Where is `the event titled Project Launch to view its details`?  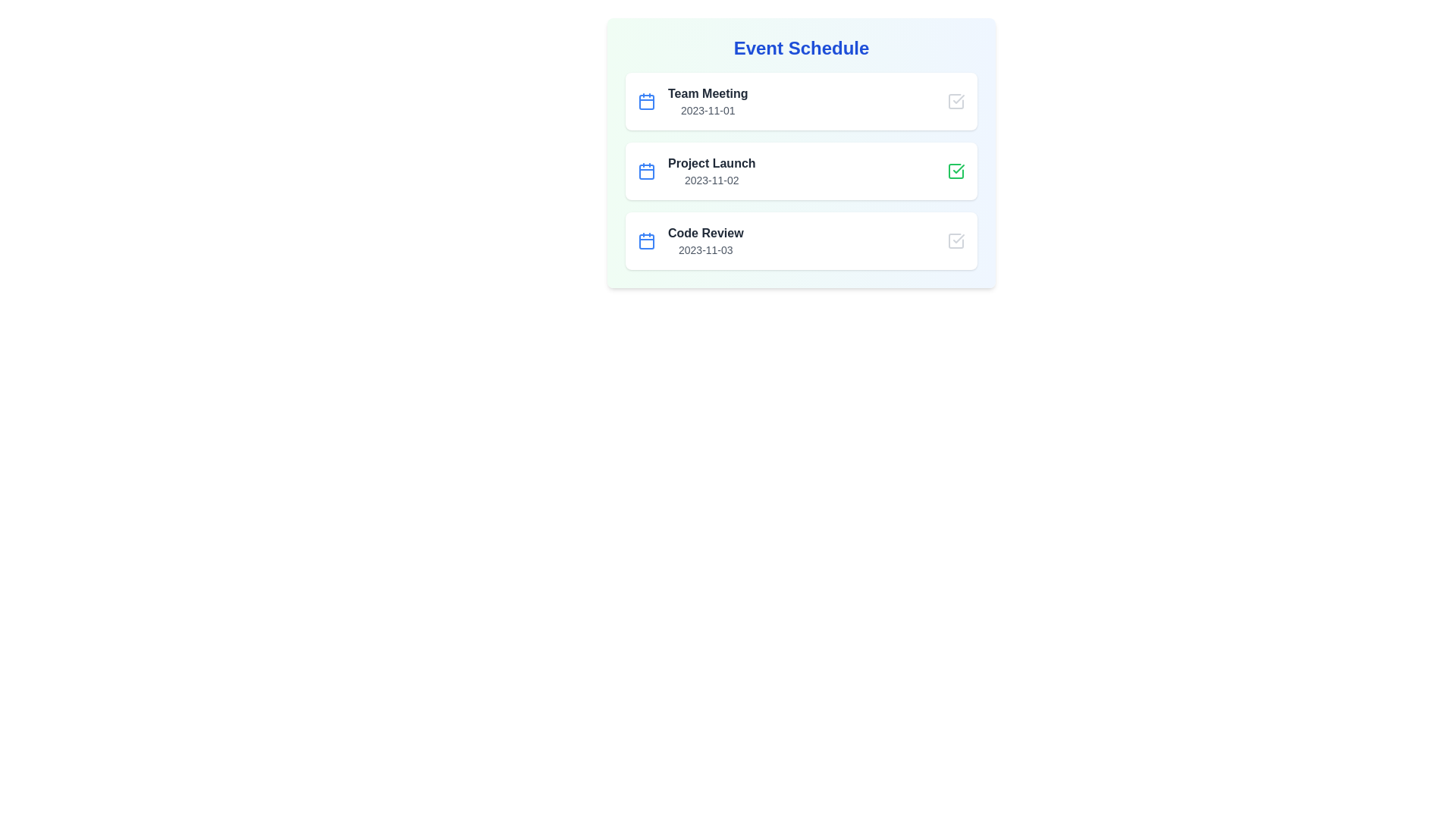
the event titled Project Launch to view its details is located at coordinates (711, 164).